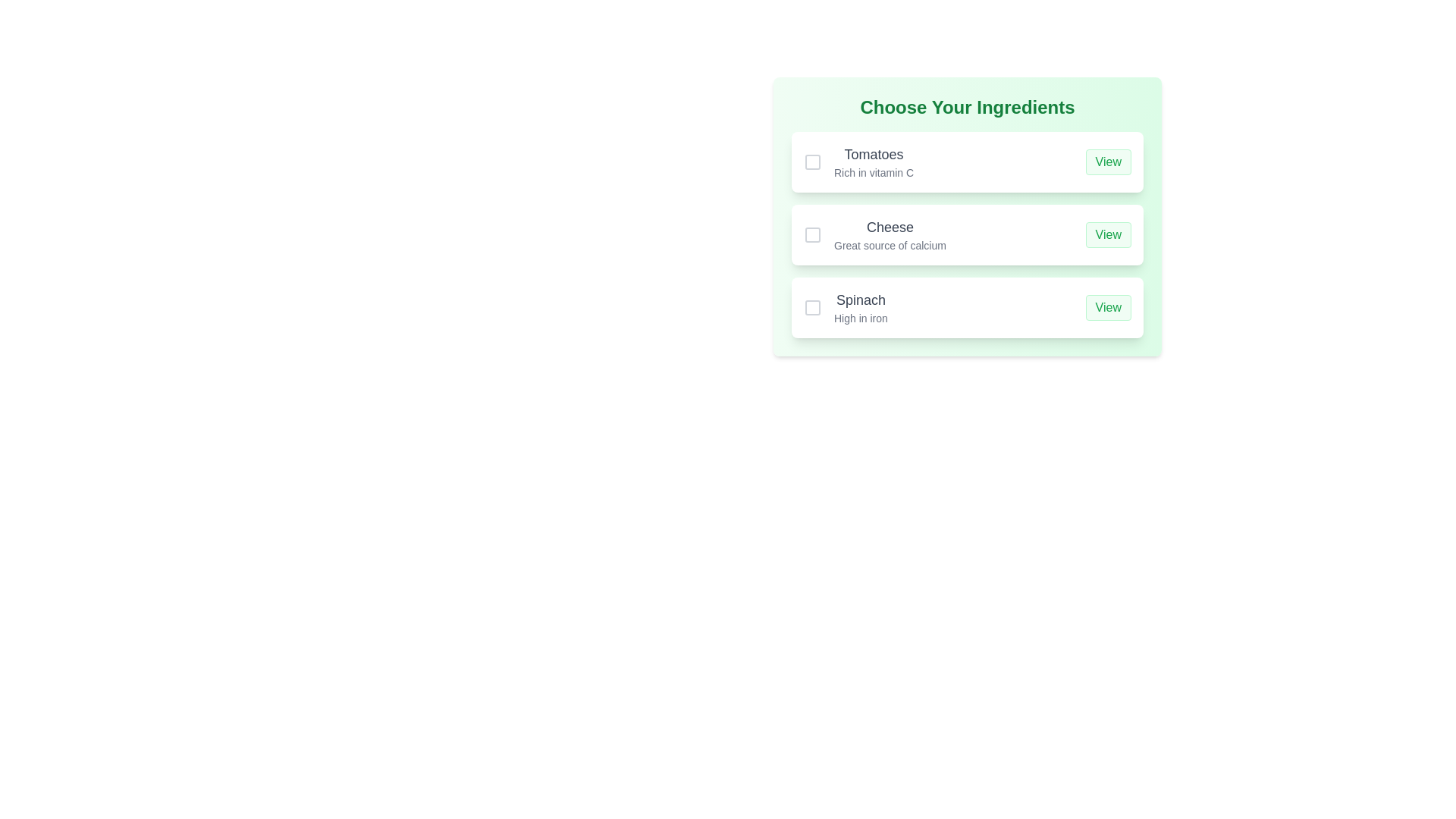  Describe the element at coordinates (1108, 162) in the screenshot. I see `the rectangular button labeled 'View' with a green theme` at that location.